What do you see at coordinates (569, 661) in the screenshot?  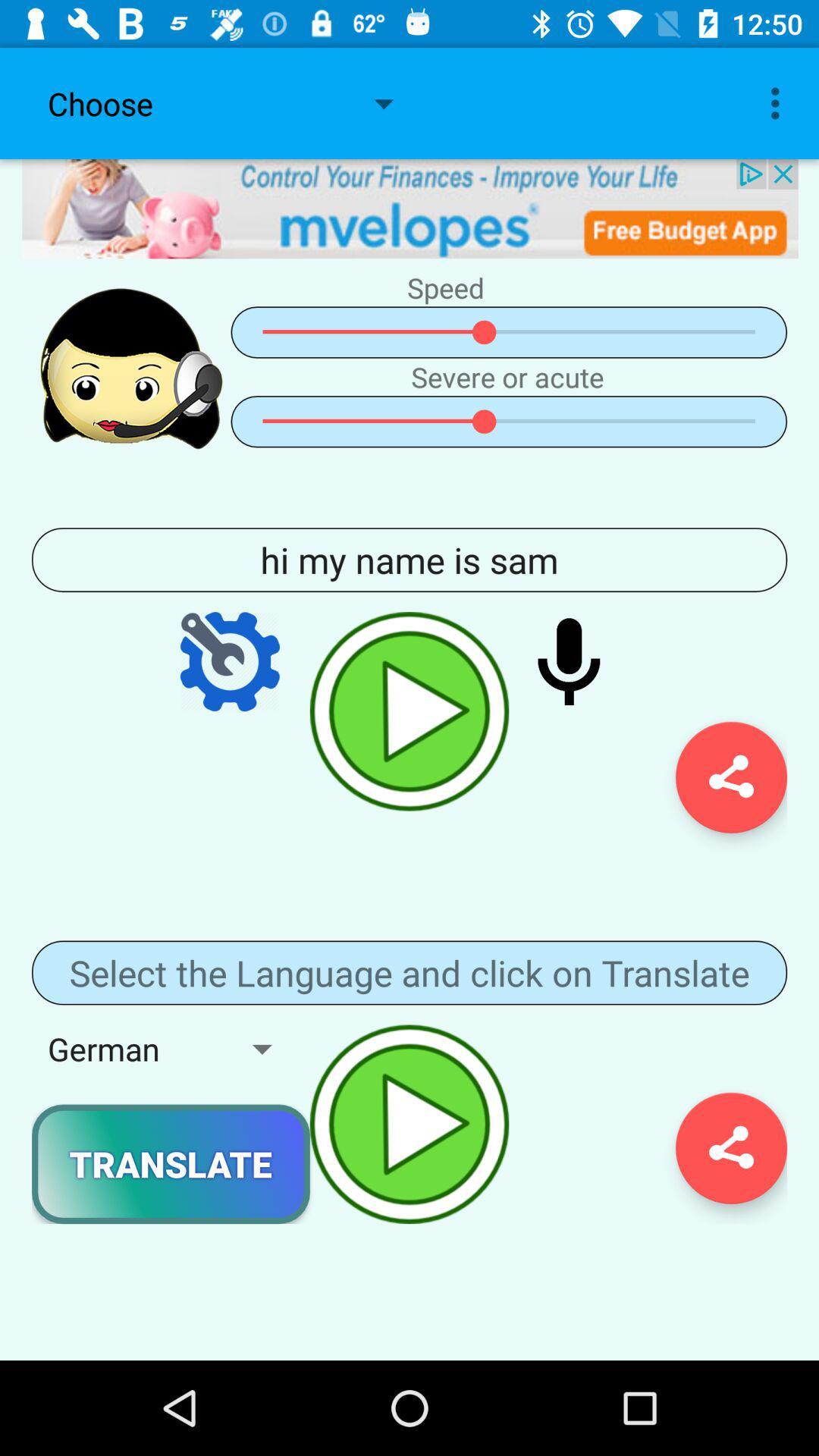 I see `record` at bounding box center [569, 661].